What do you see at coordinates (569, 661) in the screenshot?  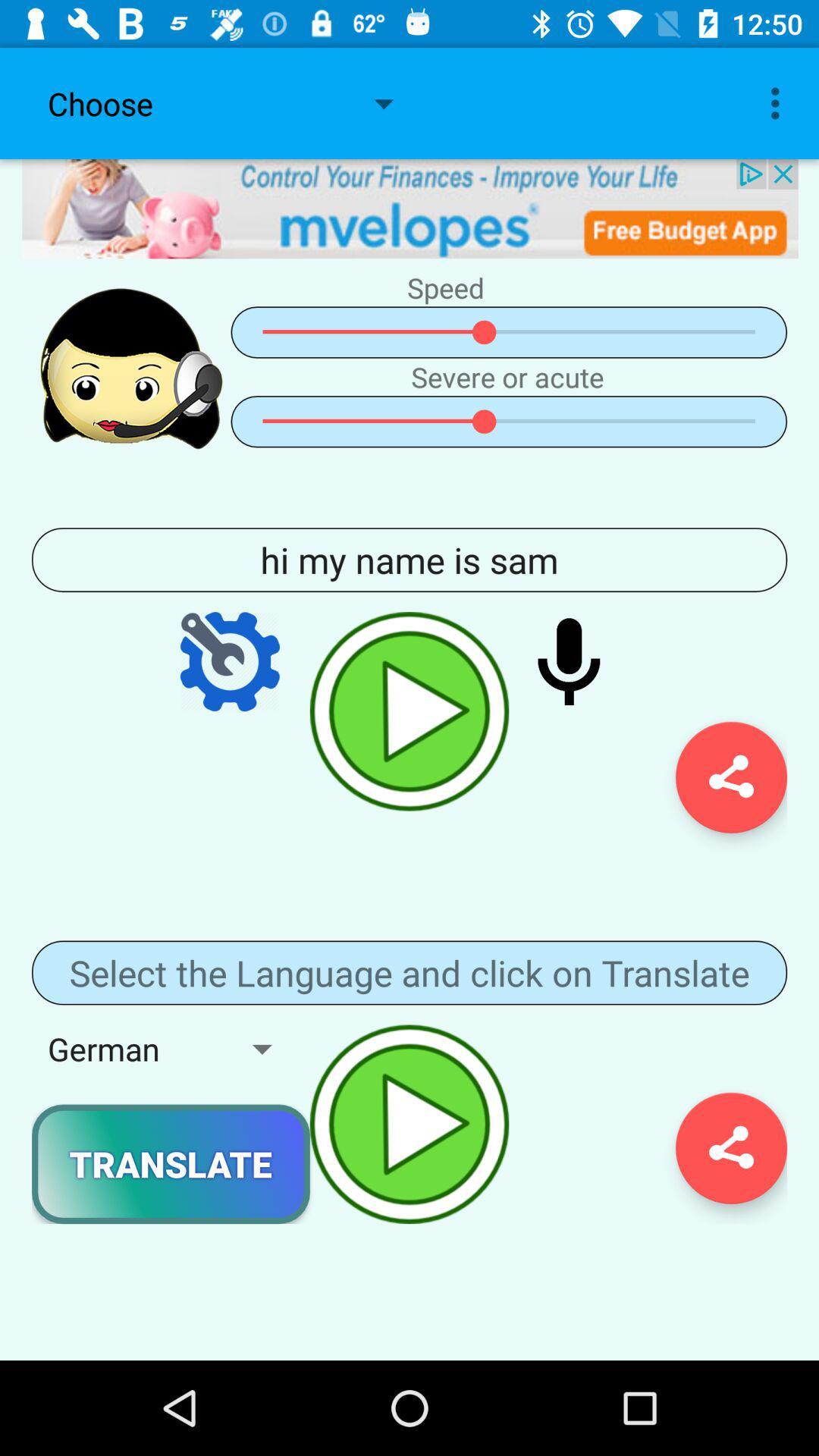 I see `record` at bounding box center [569, 661].